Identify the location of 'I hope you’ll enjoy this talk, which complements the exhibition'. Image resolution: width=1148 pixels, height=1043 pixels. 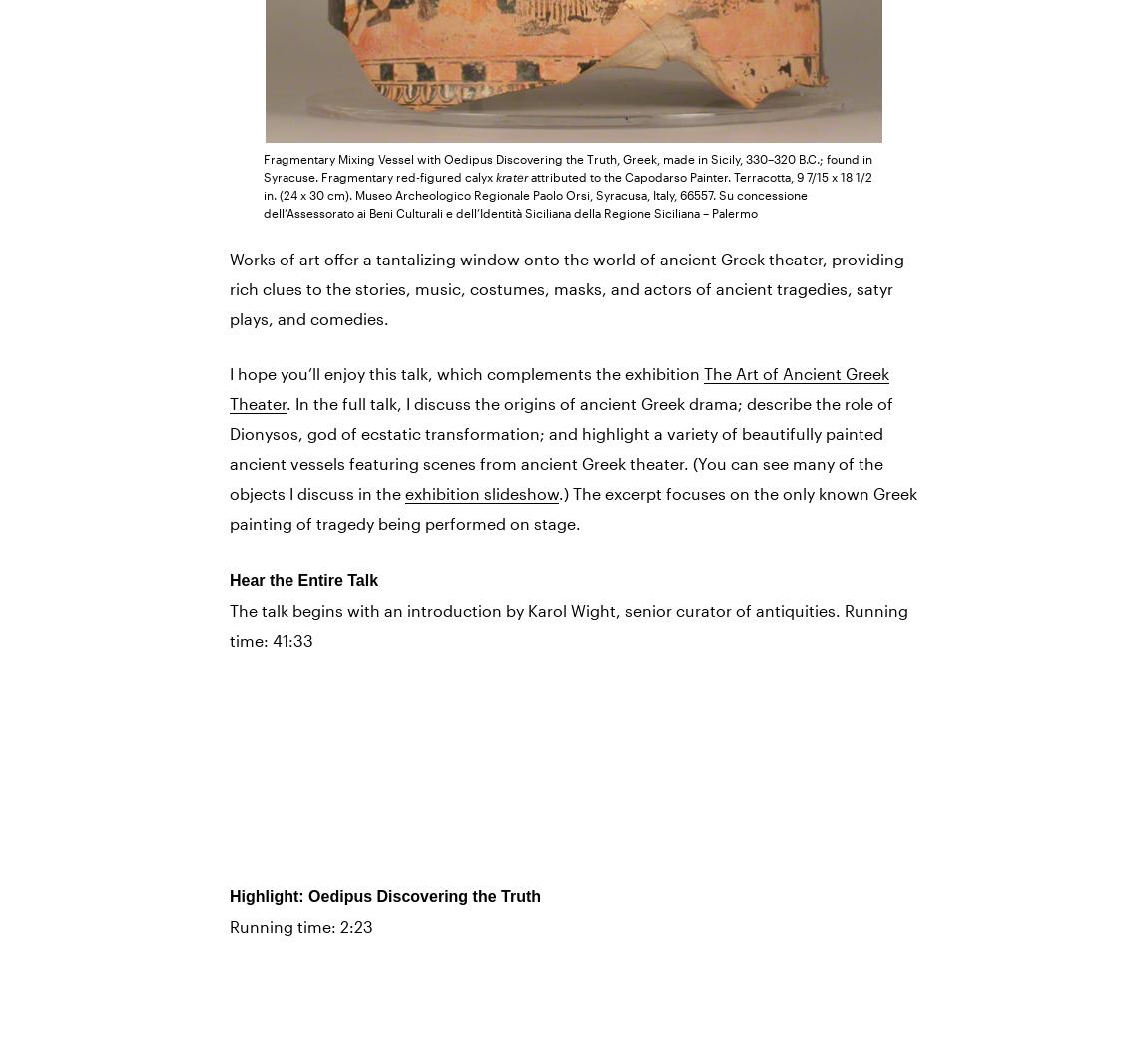
(466, 372).